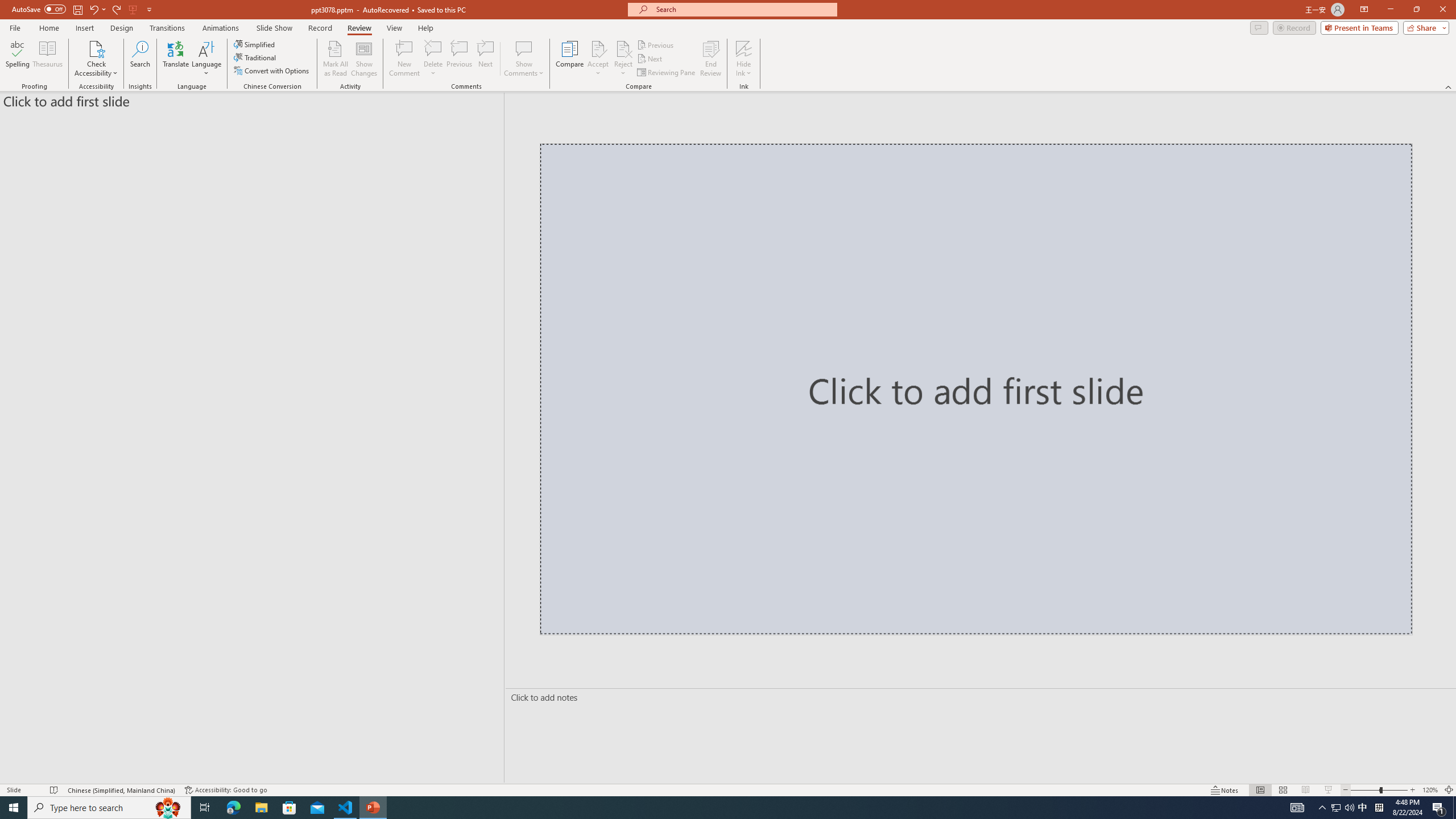 The height and width of the screenshot is (819, 1456). What do you see at coordinates (744, 48) in the screenshot?
I see `'Hide Ink'` at bounding box center [744, 48].